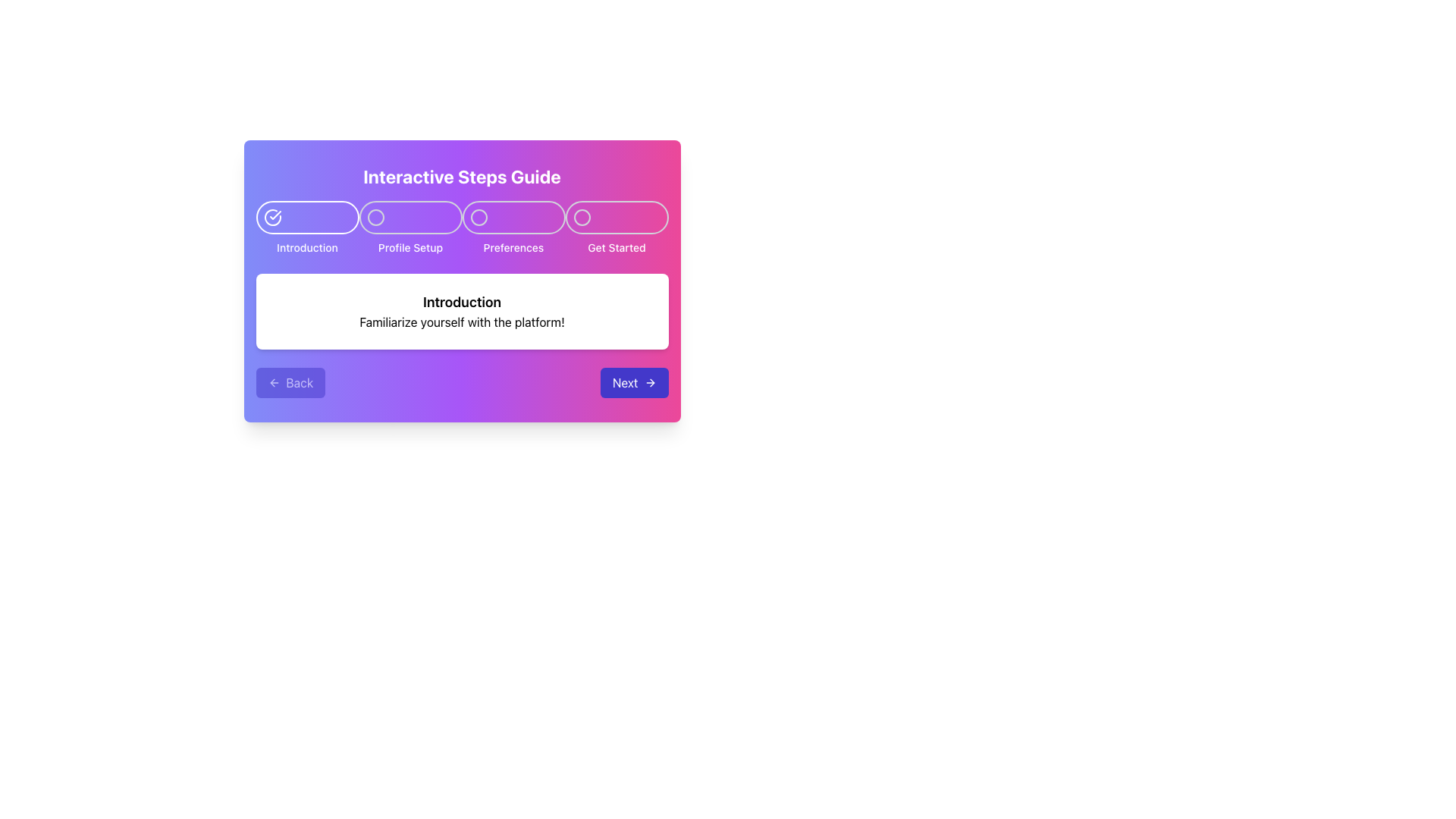 The width and height of the screenshot is (1456, 819). Describe the element at coordinates (275, 215) in the screenshot. I see `the checkmark icon indicating the completion status of the 'Introduction' step in the guided process` at that location.